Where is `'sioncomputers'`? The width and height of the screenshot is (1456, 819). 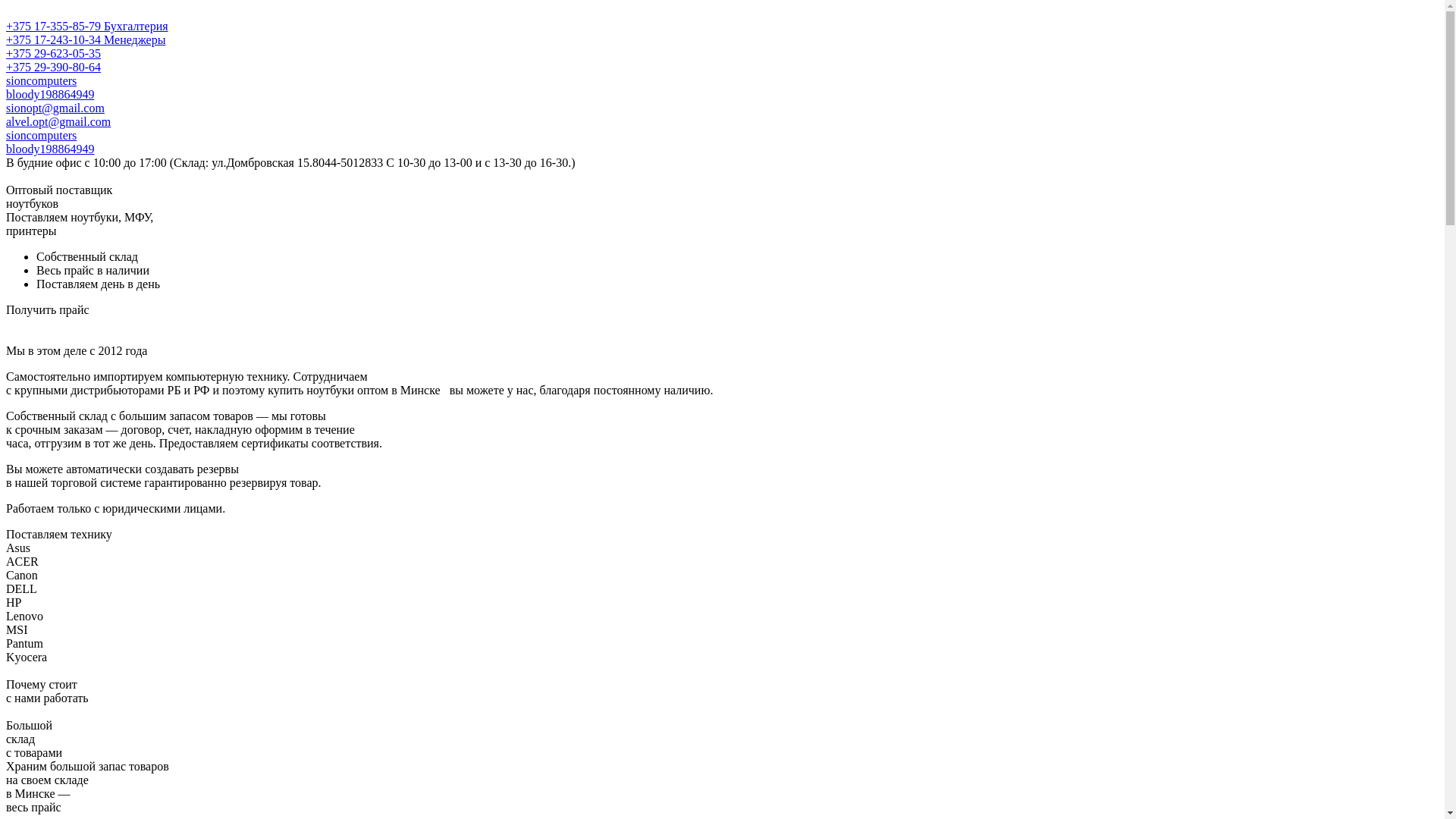
'sioncomputers' is located at coordinates (41, 134).